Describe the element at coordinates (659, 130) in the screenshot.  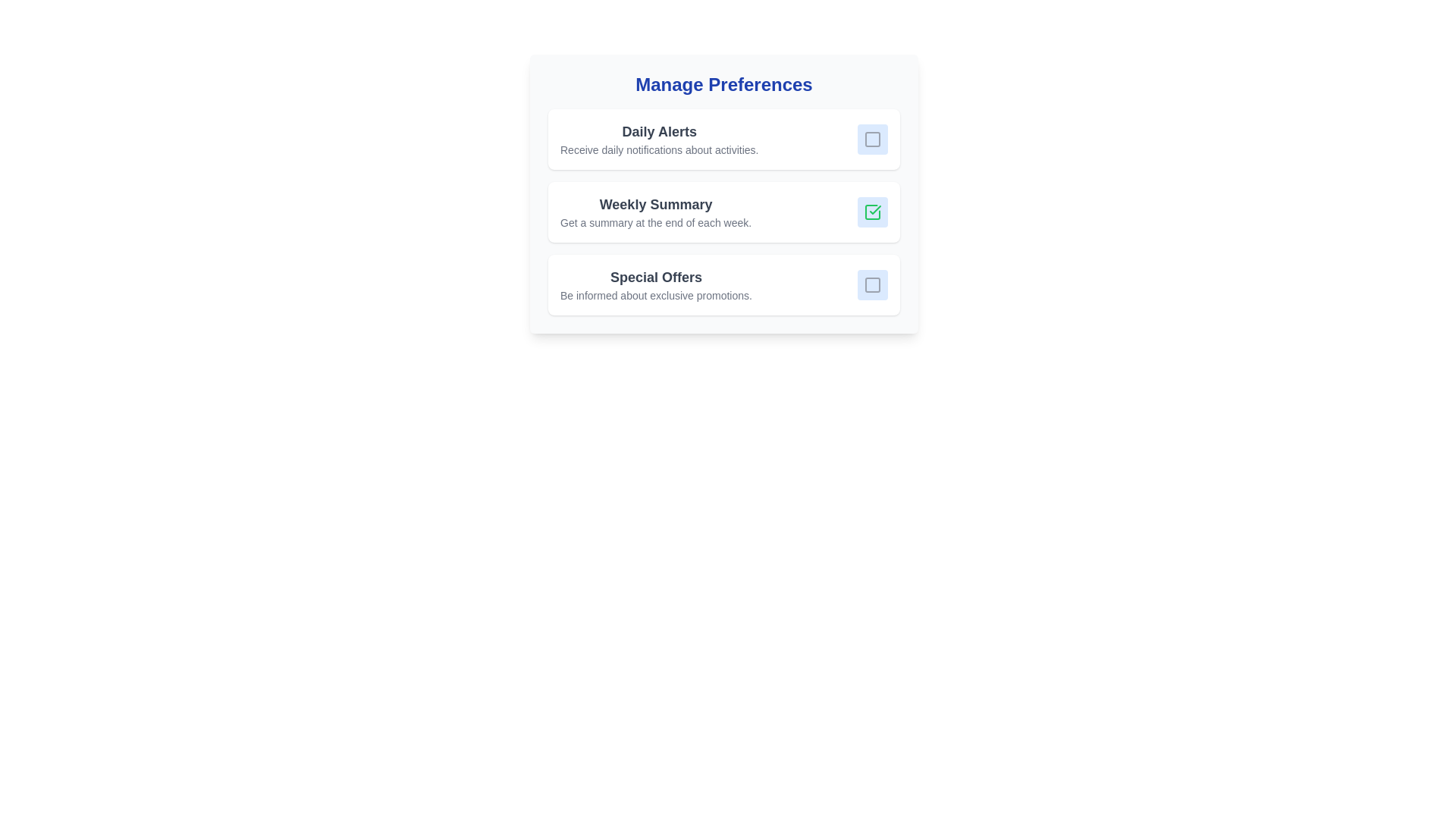
I see `the Text Label that serves as the title for the 'Daily Alerts' section, located at the top-left corner of its card component` at that location.